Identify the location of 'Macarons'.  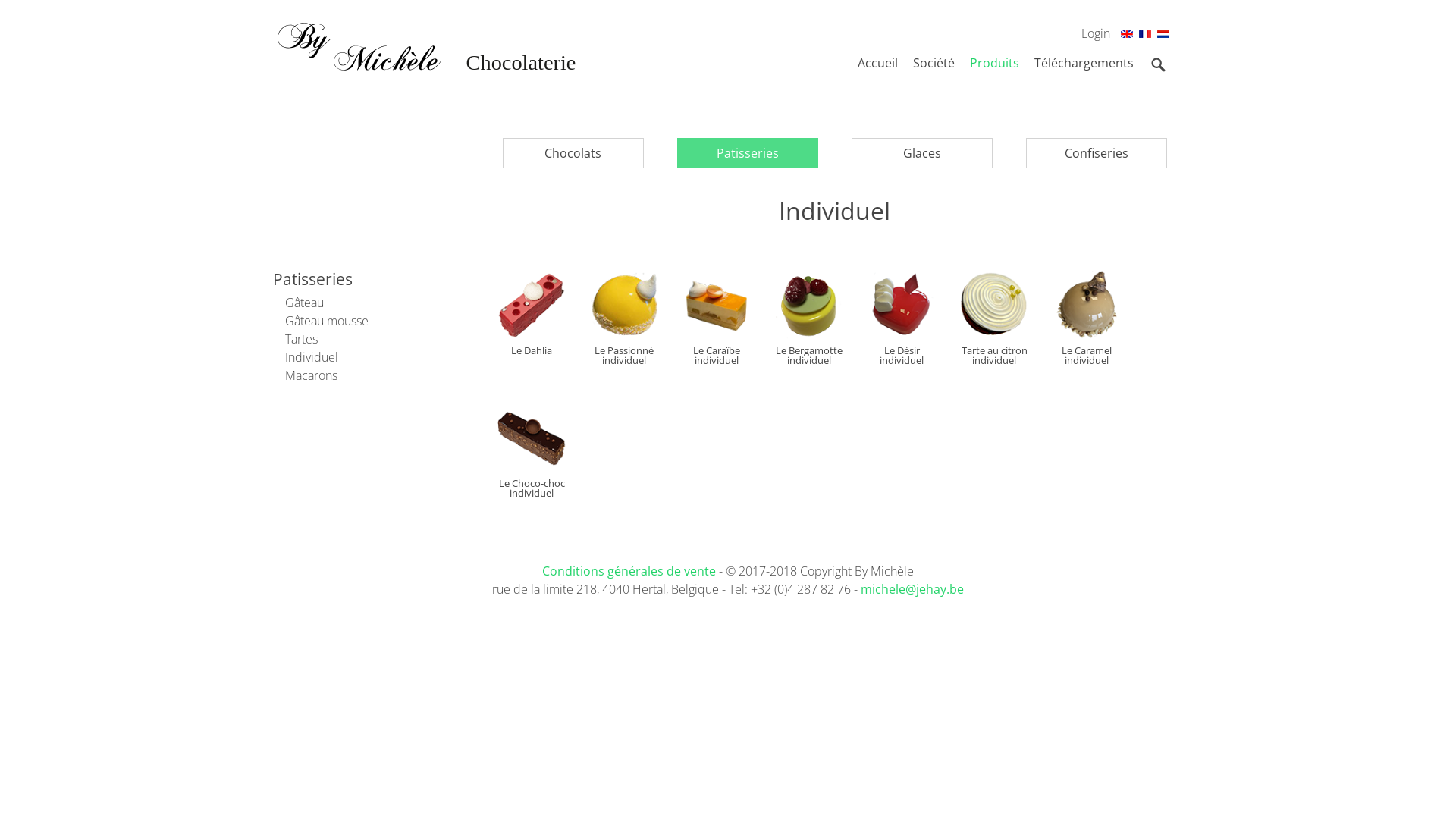
(304, 375).